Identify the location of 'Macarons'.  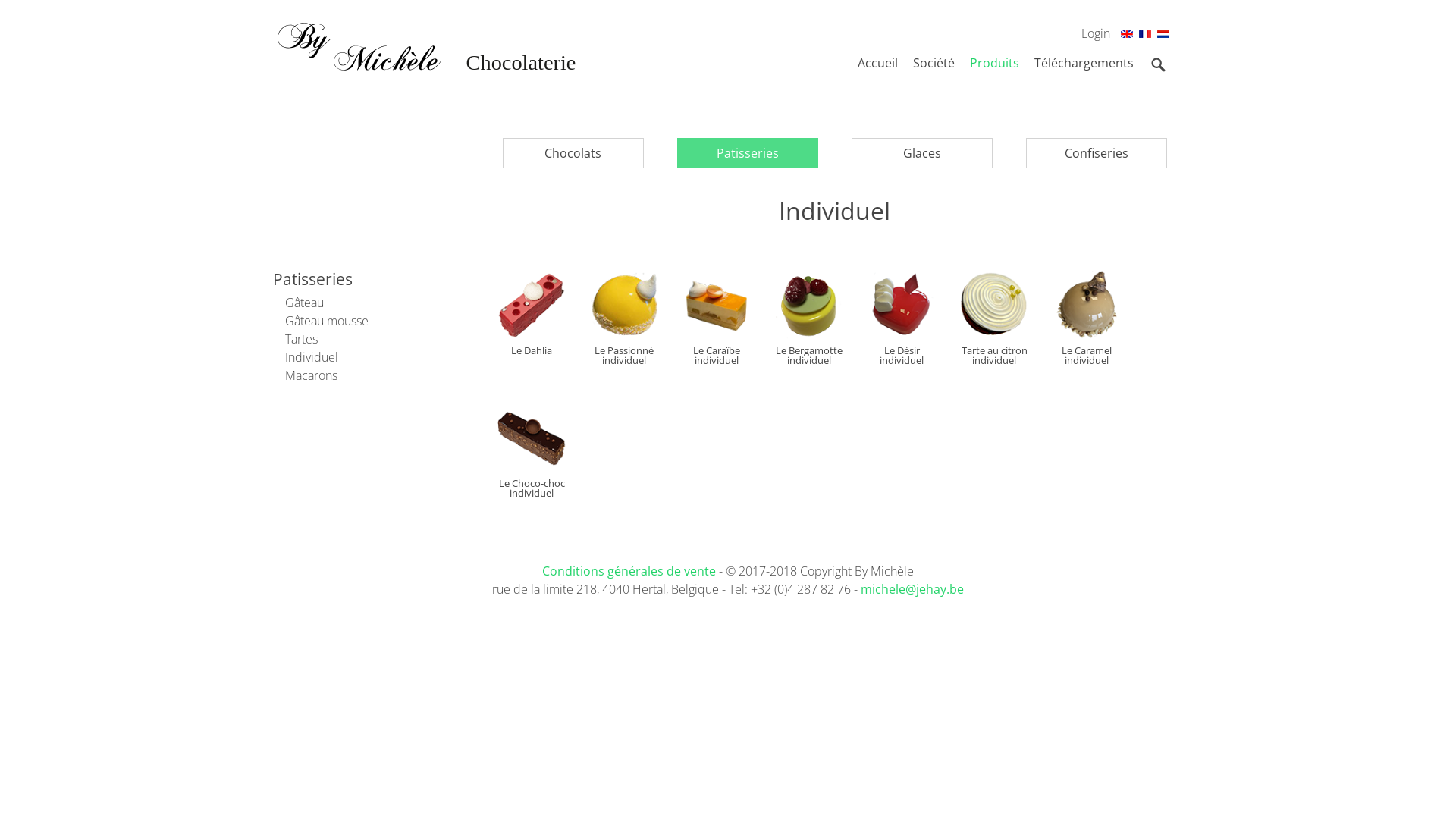
(304, 375).